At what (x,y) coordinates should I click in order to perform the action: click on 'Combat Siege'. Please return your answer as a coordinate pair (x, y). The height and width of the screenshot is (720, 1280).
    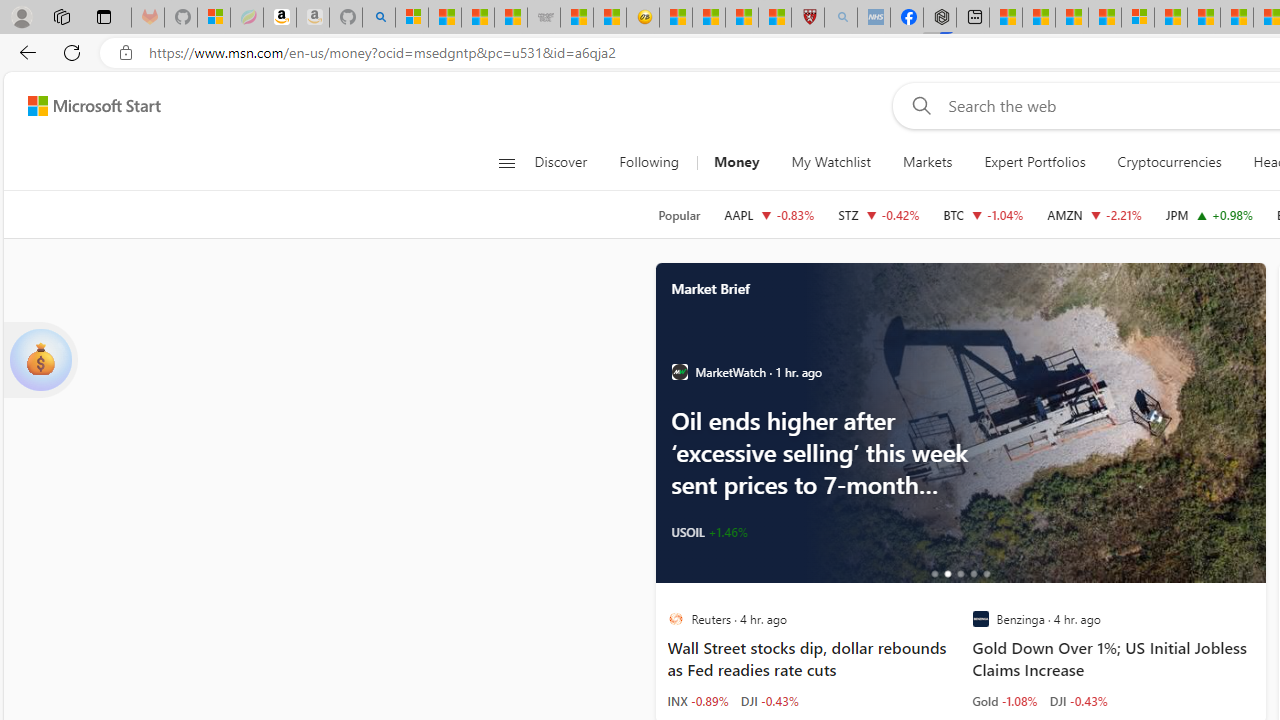
    Looking at the image, I should click on (544, 17).